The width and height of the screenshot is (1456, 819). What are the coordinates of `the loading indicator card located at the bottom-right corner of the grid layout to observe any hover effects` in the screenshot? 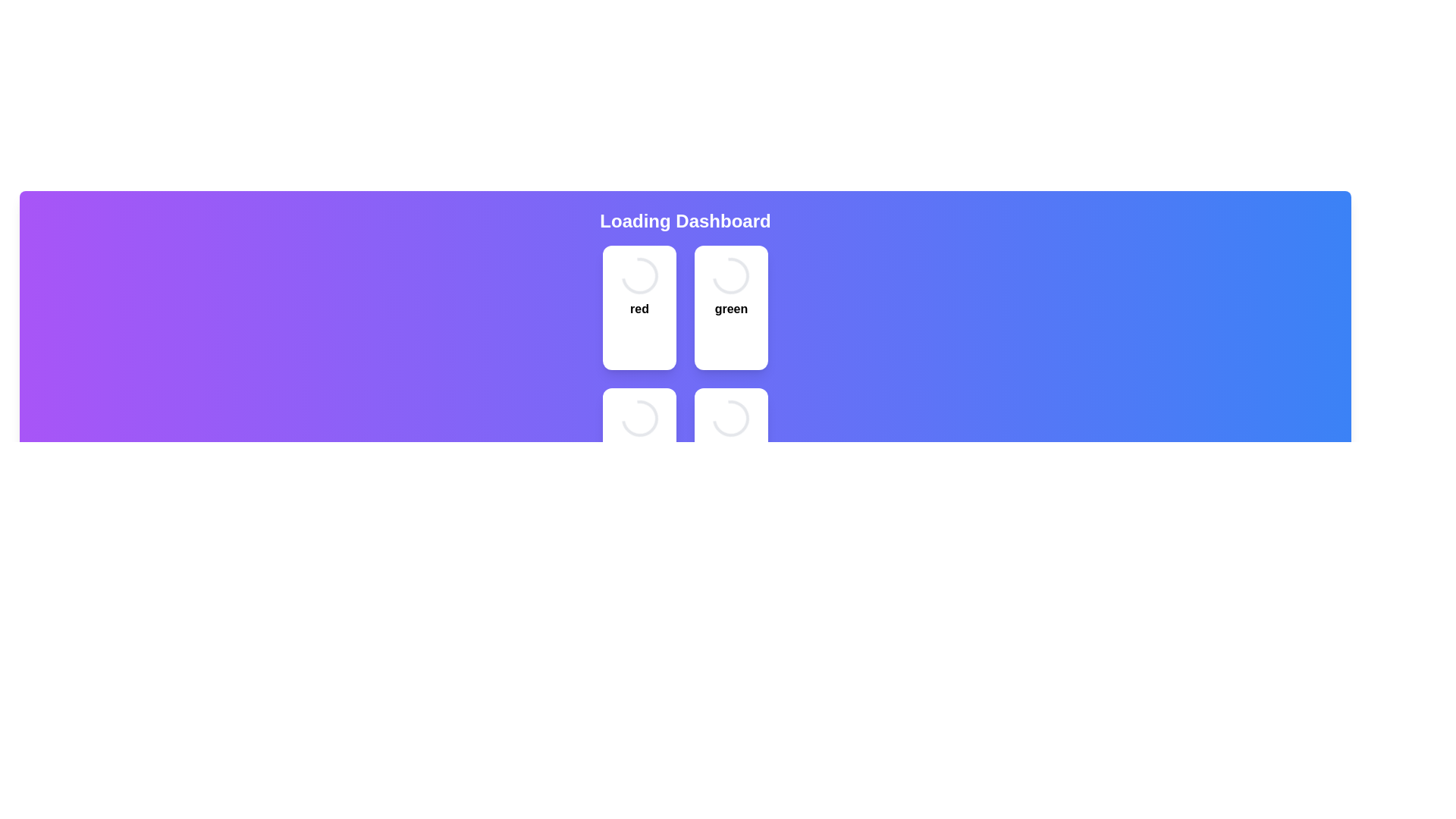 It's located at (731, 450).